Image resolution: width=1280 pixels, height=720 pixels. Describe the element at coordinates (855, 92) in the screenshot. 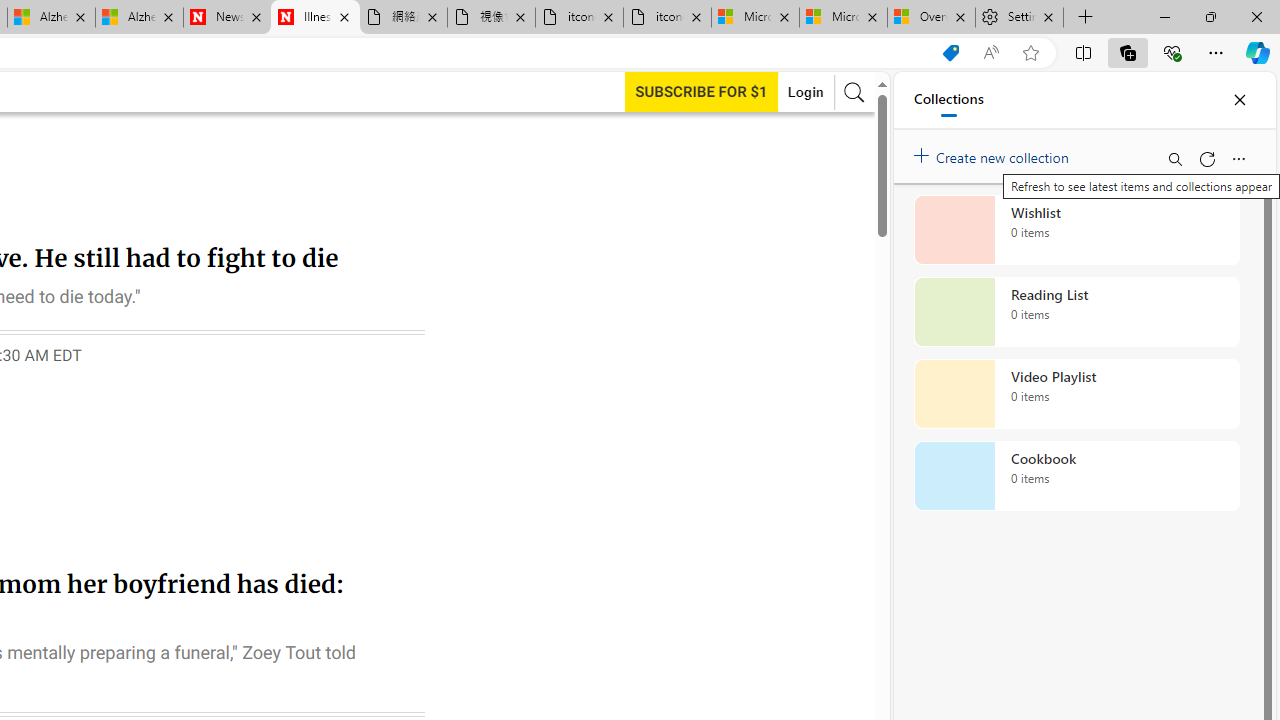

I see `'AutomationID: search-btn'` at that location.